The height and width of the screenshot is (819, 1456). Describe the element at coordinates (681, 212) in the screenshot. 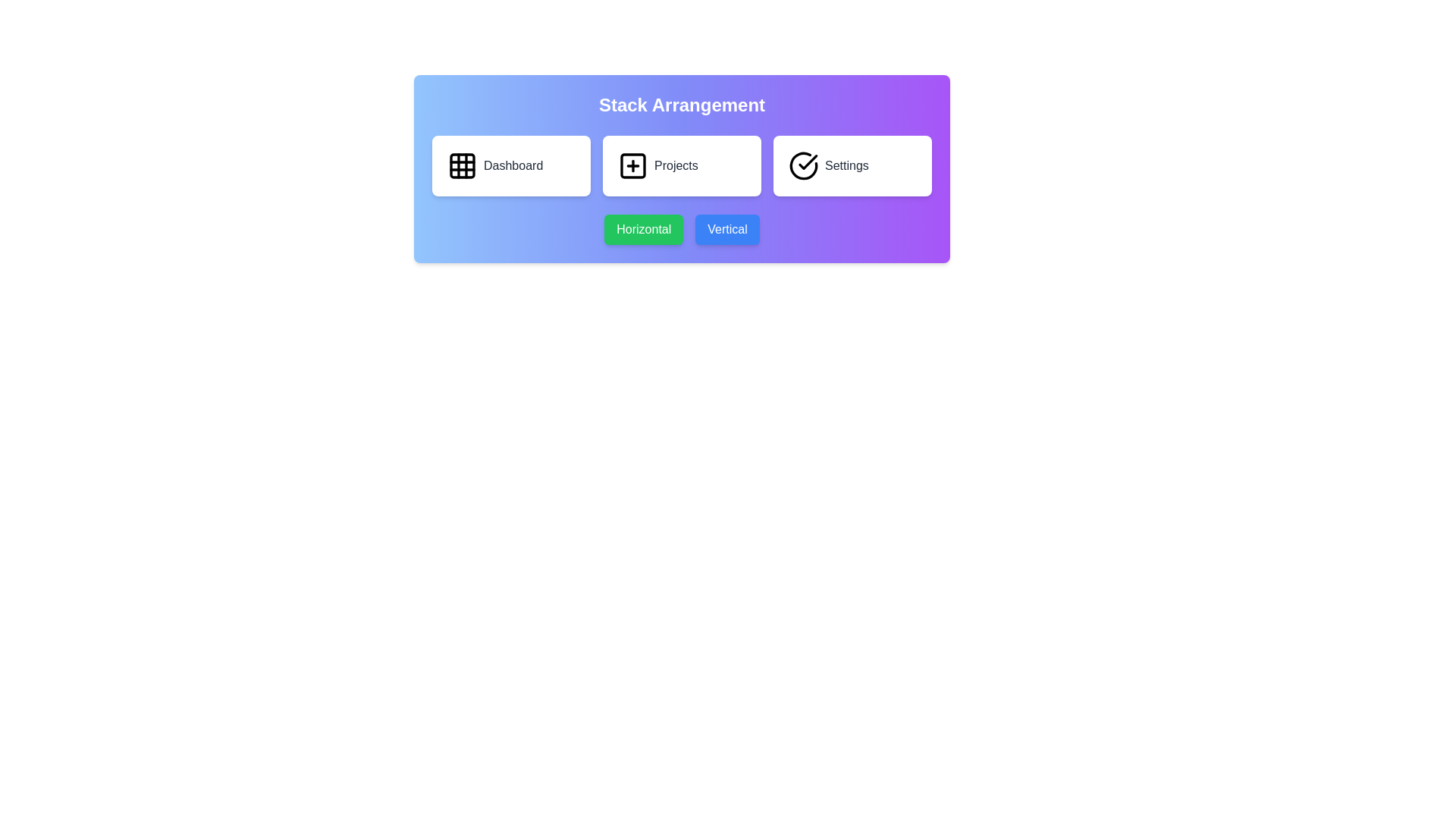

I see `the 'Horizontal' button with a green background and white text to observe the hover effect` at that location.